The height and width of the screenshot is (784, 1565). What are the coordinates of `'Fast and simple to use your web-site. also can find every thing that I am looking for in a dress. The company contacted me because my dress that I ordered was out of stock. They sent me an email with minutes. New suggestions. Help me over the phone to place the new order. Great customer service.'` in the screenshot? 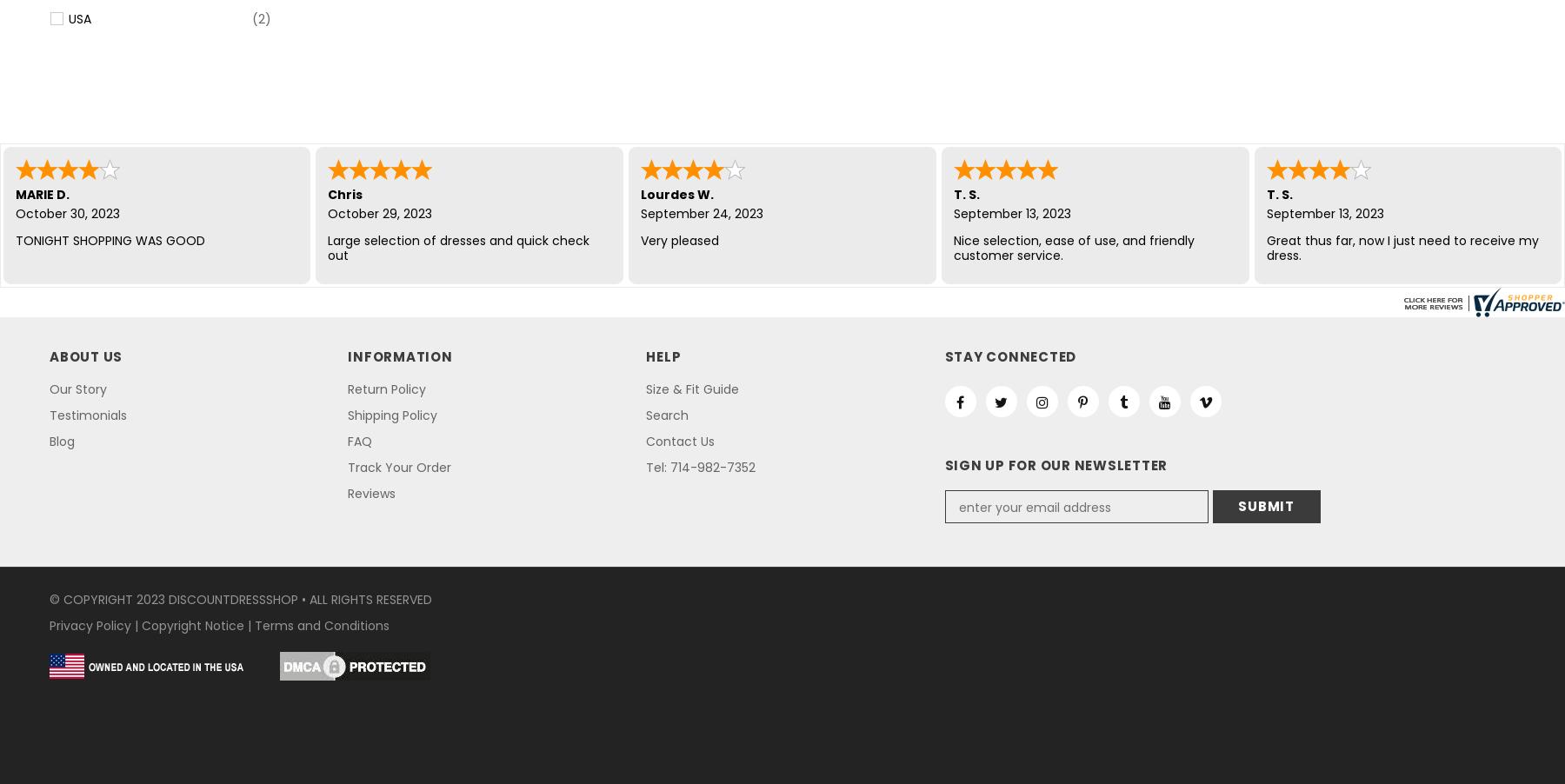 It's located at (1094, 283).